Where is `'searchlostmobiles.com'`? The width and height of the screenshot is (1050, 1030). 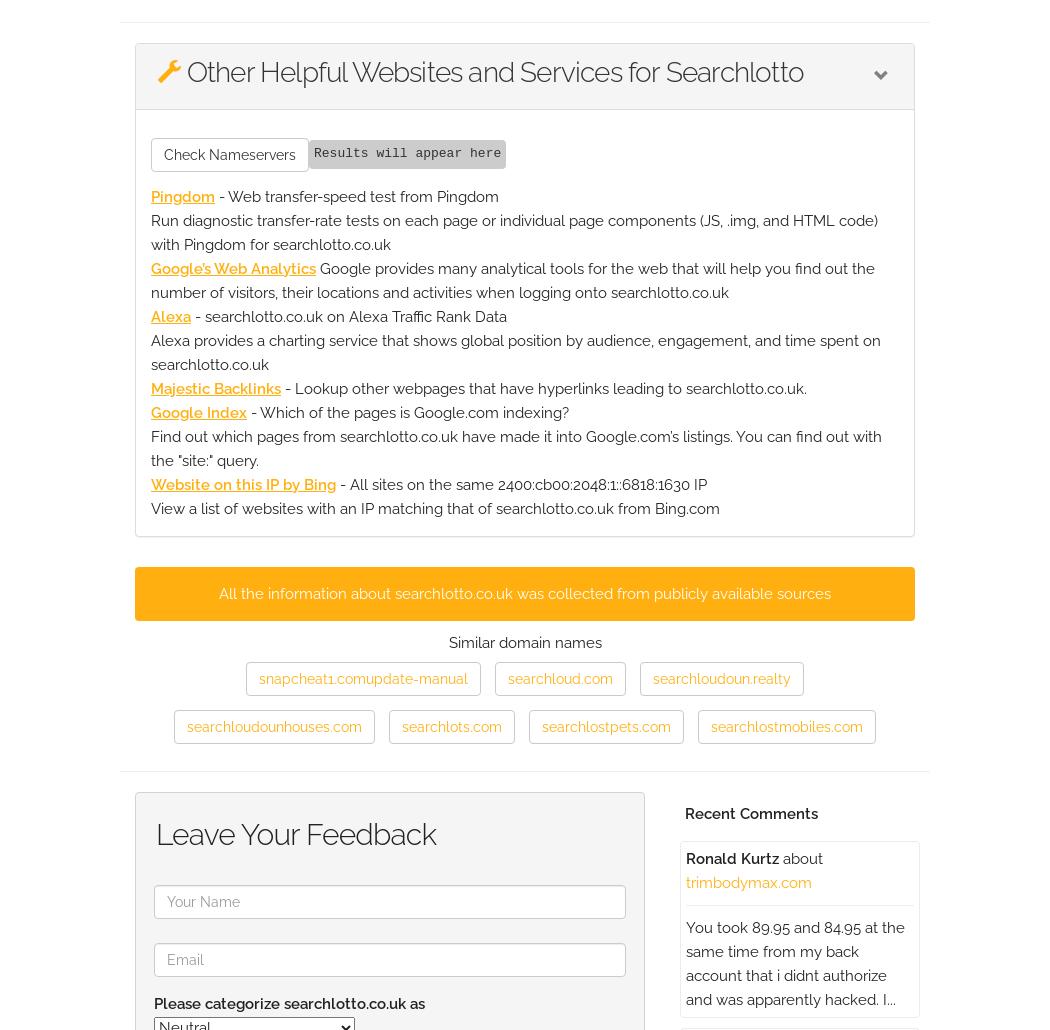 'searchlostmobiles.com' is located at coordinates (786, 726).